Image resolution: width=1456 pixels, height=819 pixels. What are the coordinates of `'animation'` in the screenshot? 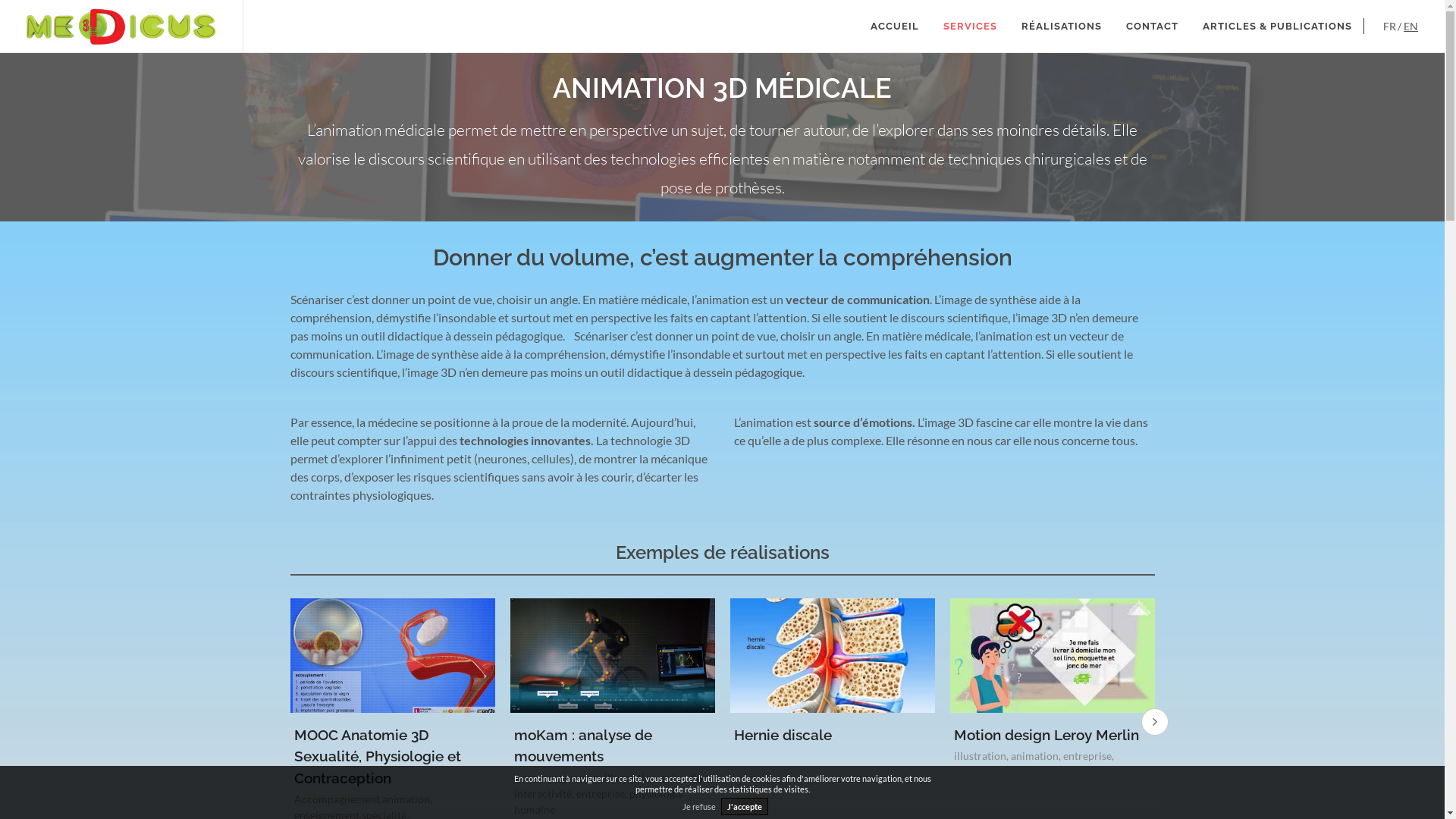 It's located at (1009, 755).